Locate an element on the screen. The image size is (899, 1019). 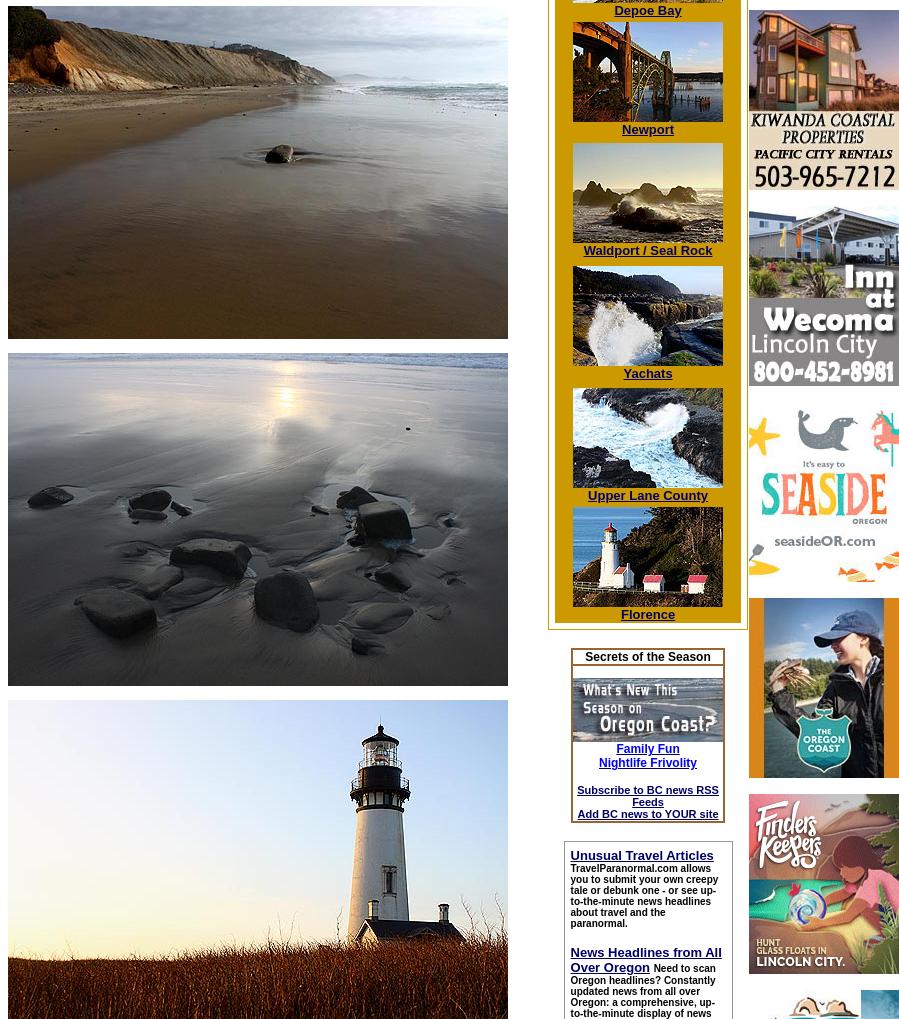
'Add BC news to YOUR site' is located at coordinates (646, 812).